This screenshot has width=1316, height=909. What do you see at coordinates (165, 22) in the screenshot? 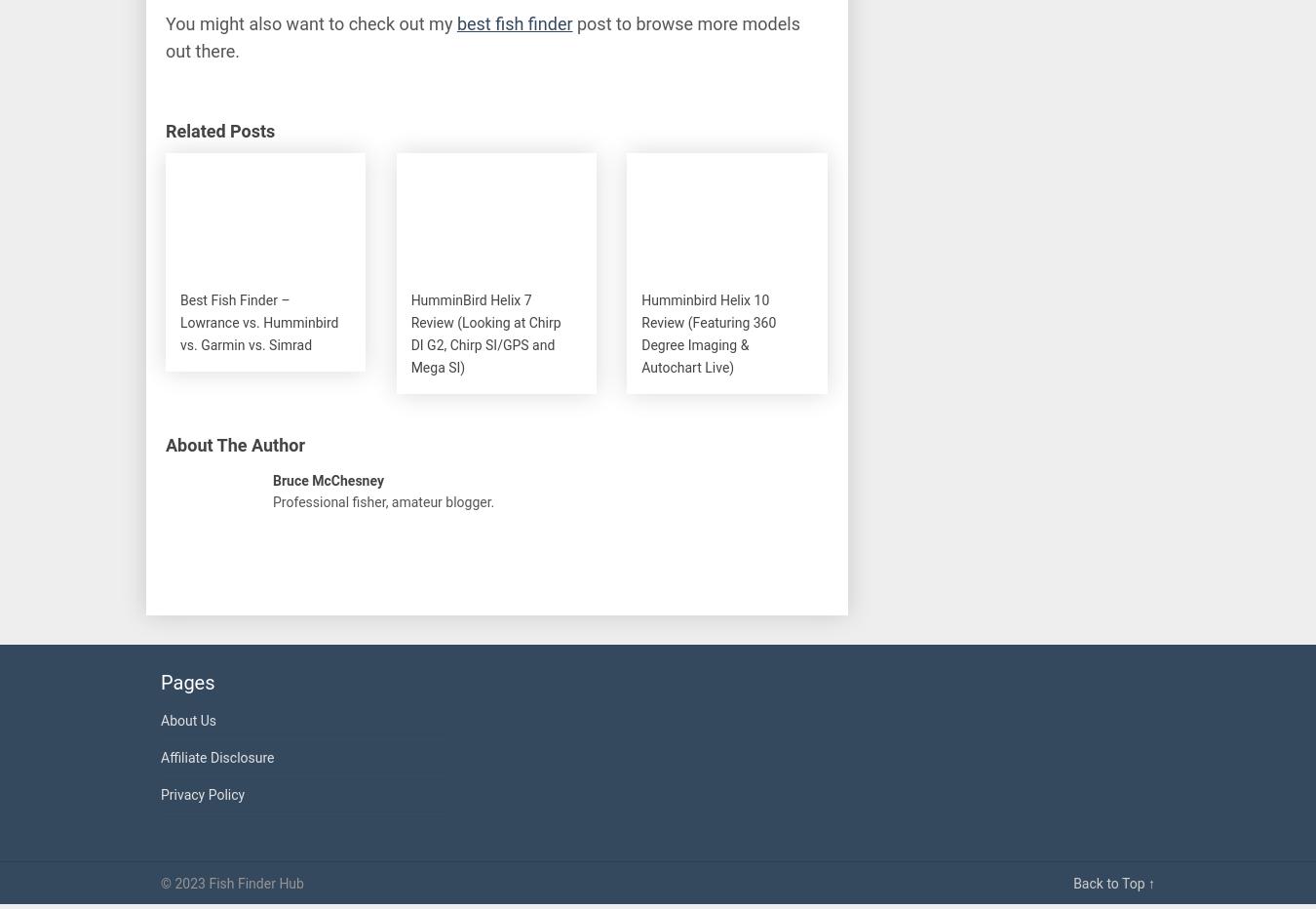
I see `'You might also want to check out my'` at bounding box center [165, 22].